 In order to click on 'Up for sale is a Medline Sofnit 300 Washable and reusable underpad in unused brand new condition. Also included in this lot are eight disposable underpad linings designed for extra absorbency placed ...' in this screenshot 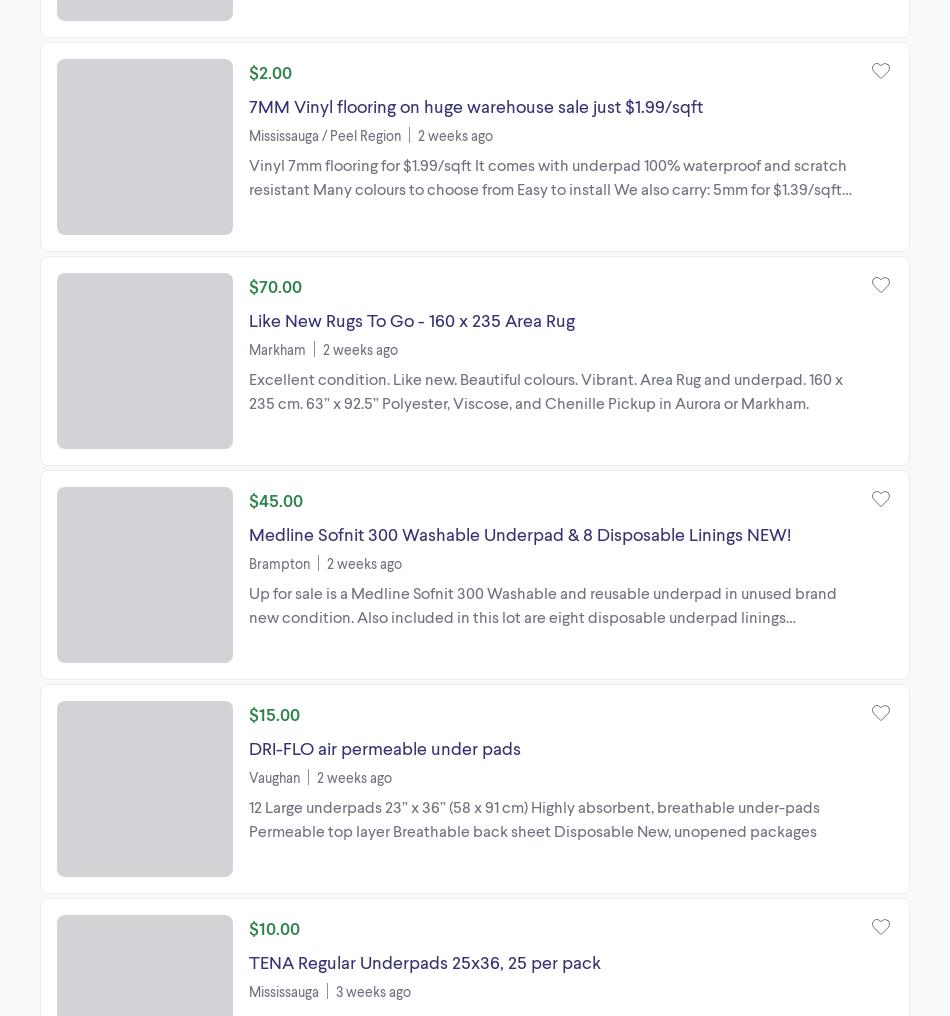, I will do `click(543, 615)`.